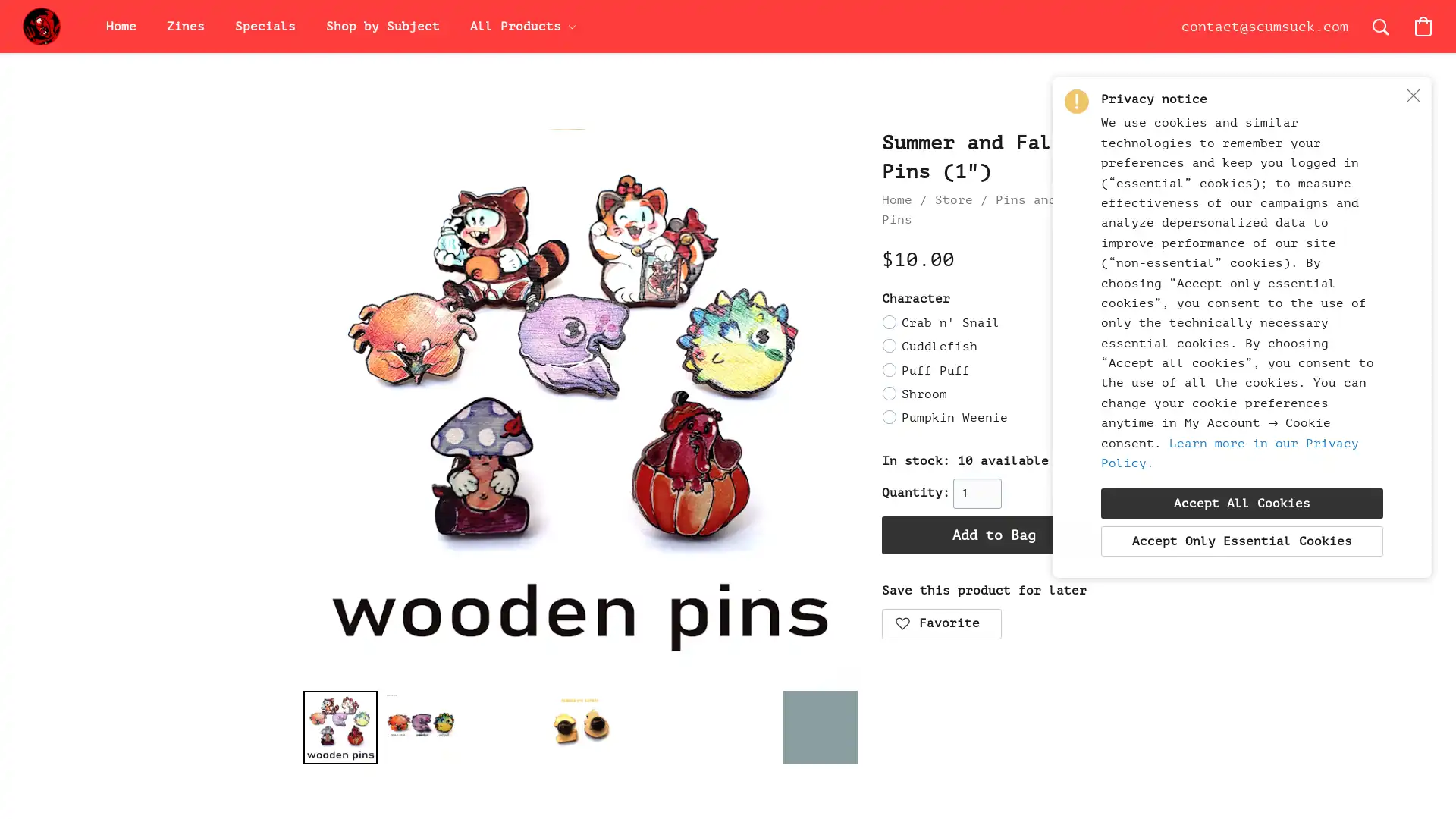 The width and height of the screenshot is (1456, 819). What do you see at coordinates (1380, 26) in the screenshot?
I see `Search the website` at bounding box center [1380, 26].